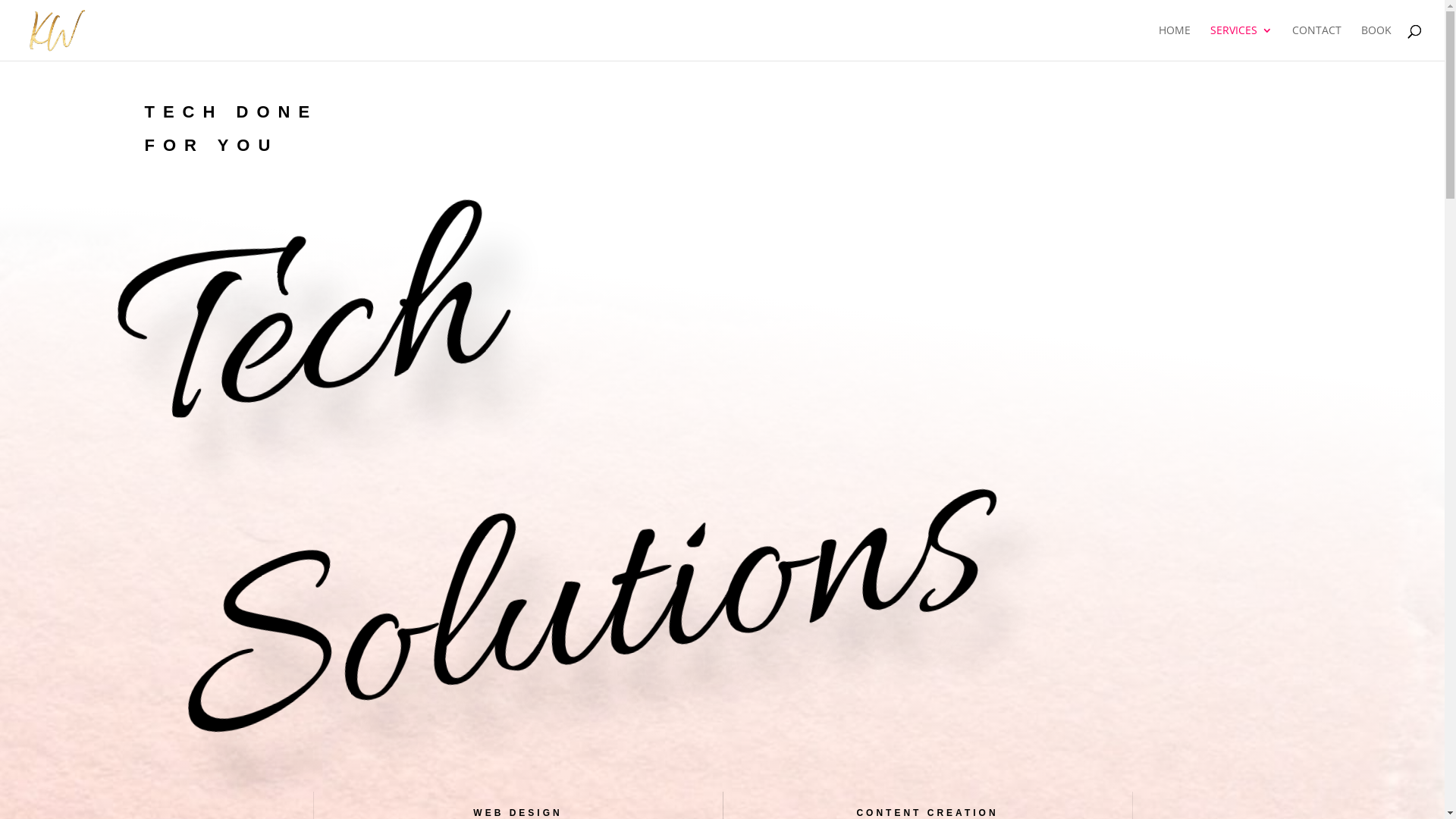  Describe the element at coordinates (1376, 42) in the screenshot. I see `'BOOK'` at that location.